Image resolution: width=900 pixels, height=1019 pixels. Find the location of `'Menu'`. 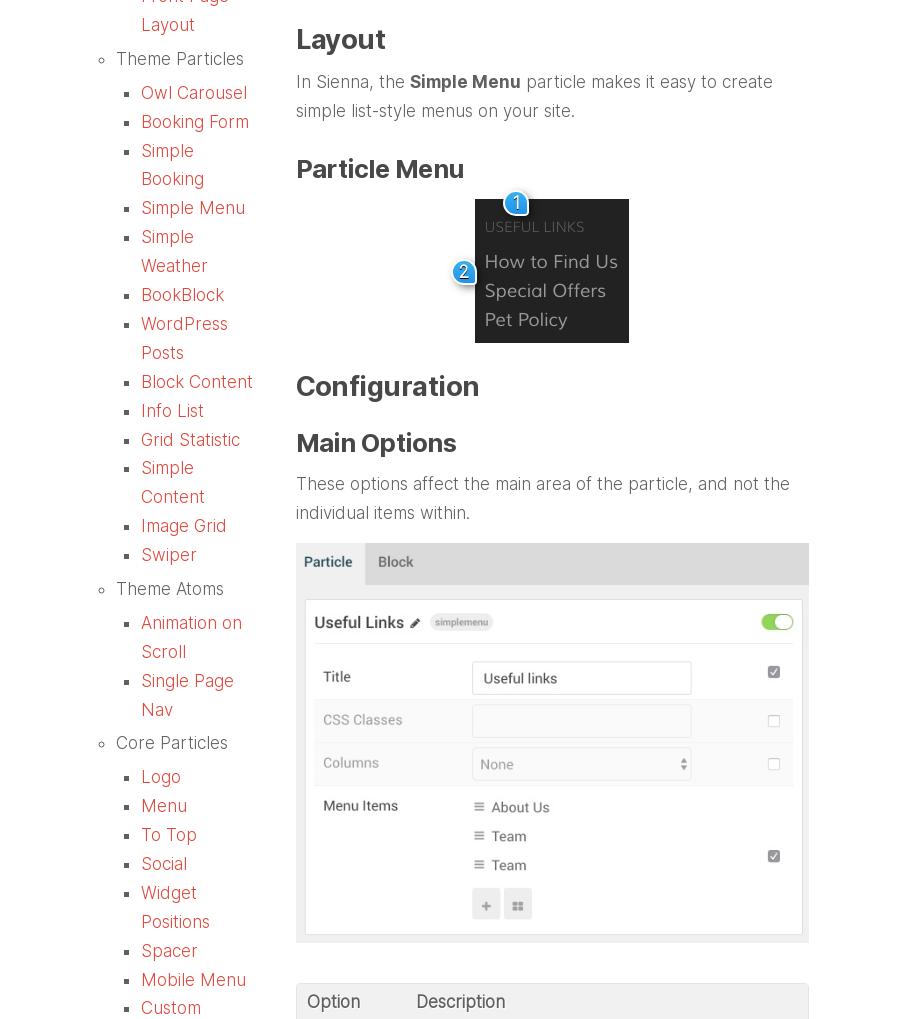

'Menu' is located at coordinates (141, 806).